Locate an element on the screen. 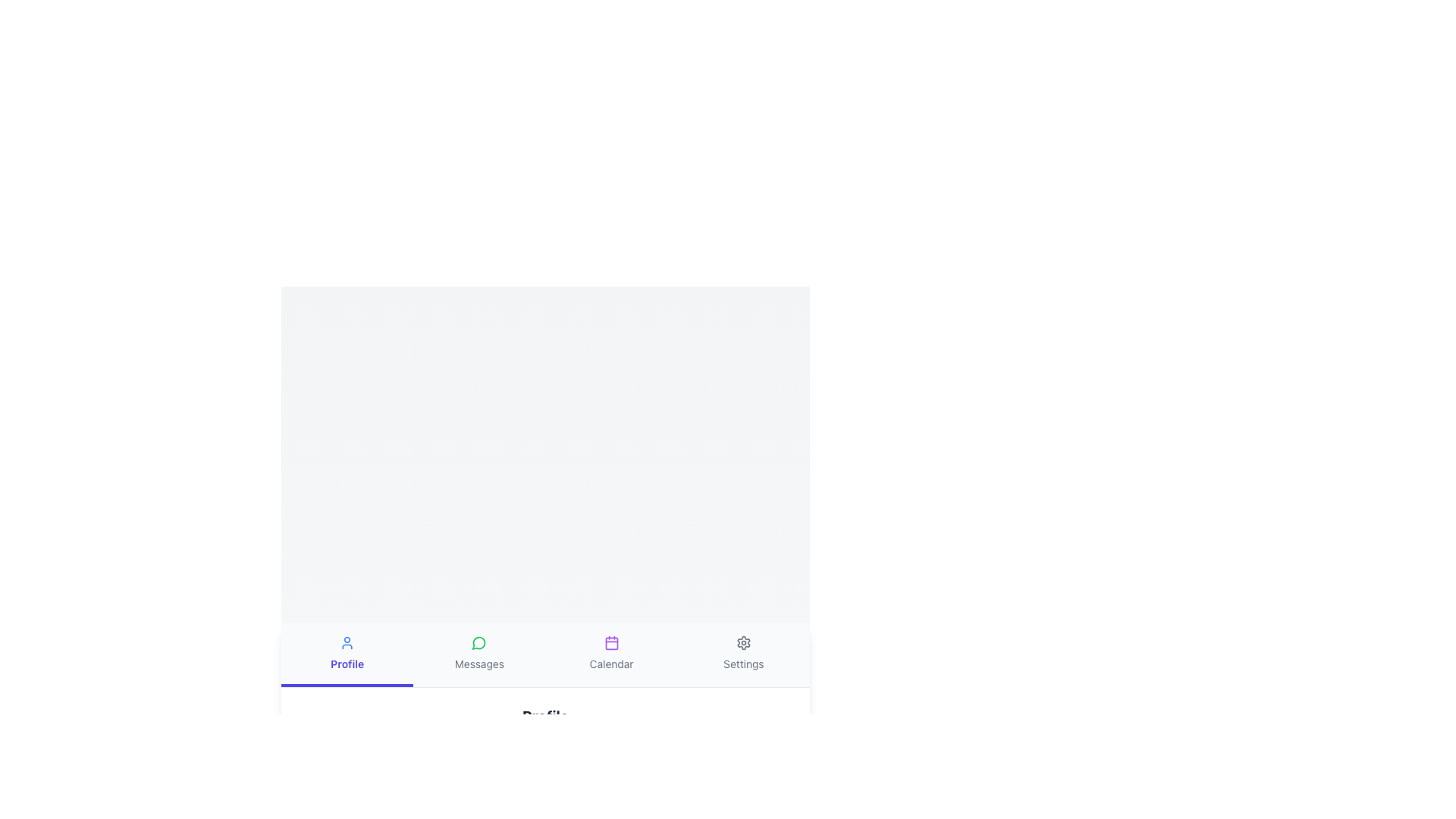  the gear-like icon in the bottom navigation bar is located at coordinates (743, 642).